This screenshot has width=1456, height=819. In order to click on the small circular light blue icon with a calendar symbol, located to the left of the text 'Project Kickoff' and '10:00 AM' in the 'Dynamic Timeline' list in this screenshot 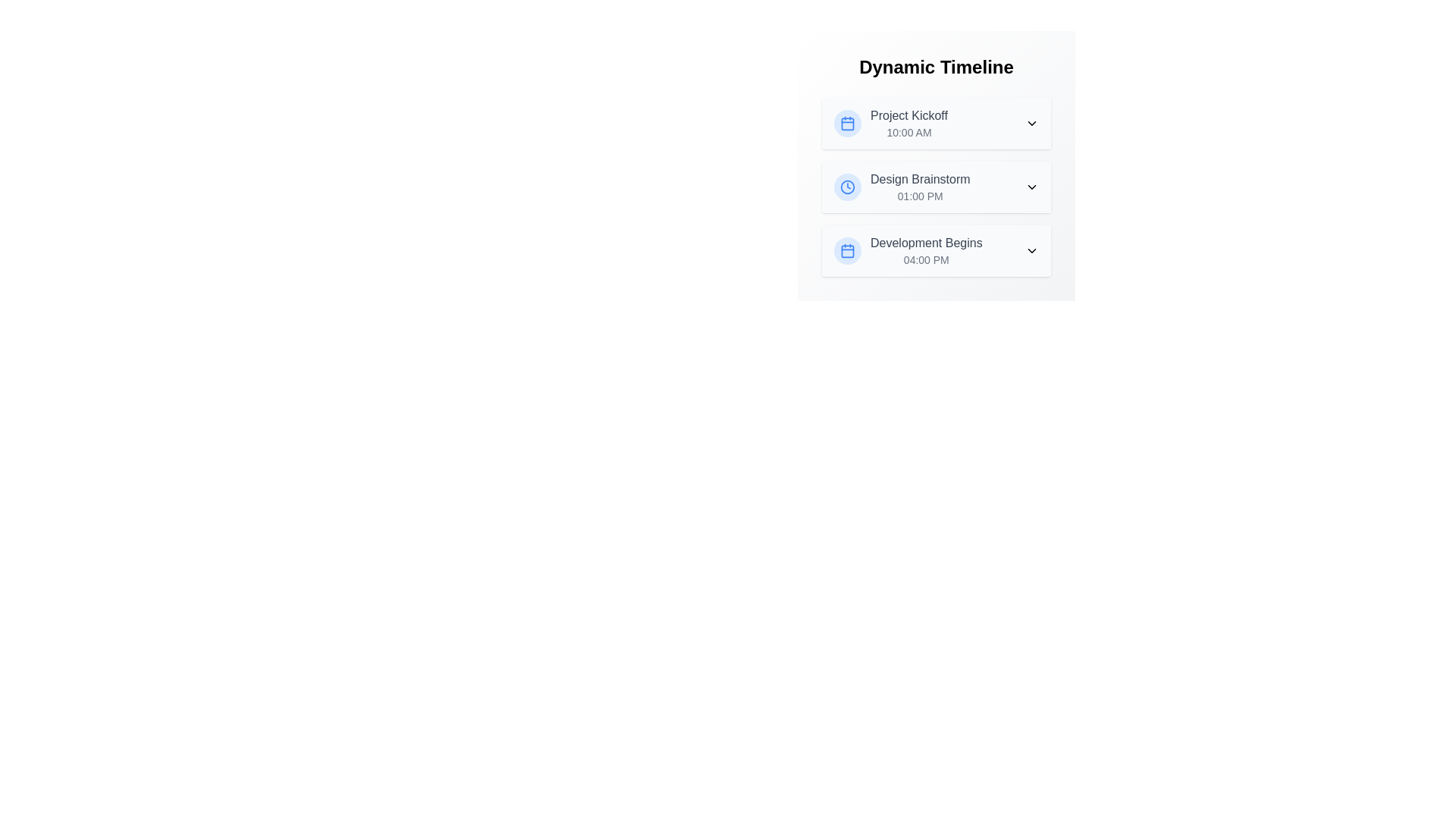, I will do `click(847, 122)`.